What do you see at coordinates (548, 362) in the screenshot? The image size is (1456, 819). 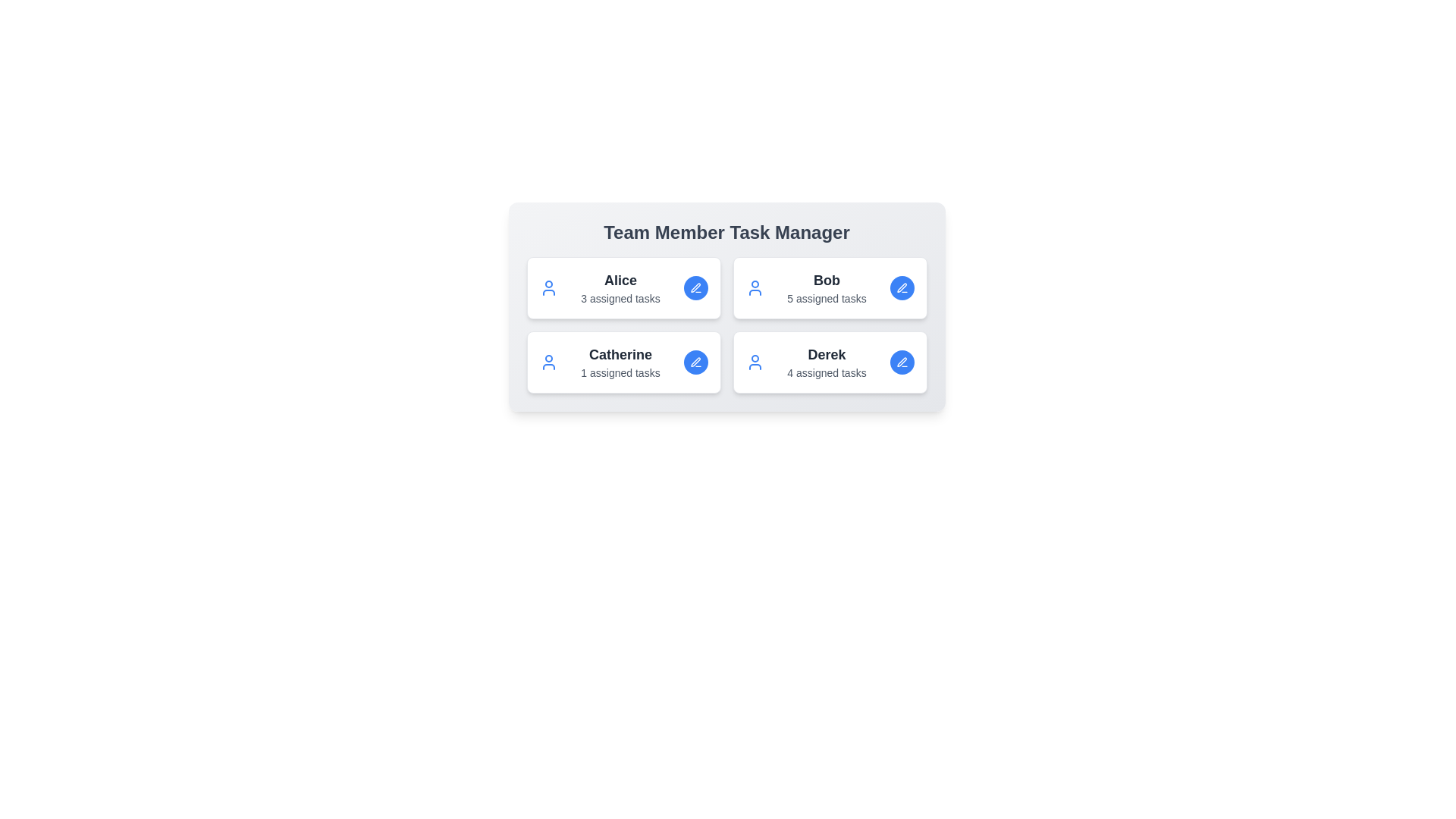 I see `the icon representing Catherine to interact with their tasks` at bounding box center [548, 362].